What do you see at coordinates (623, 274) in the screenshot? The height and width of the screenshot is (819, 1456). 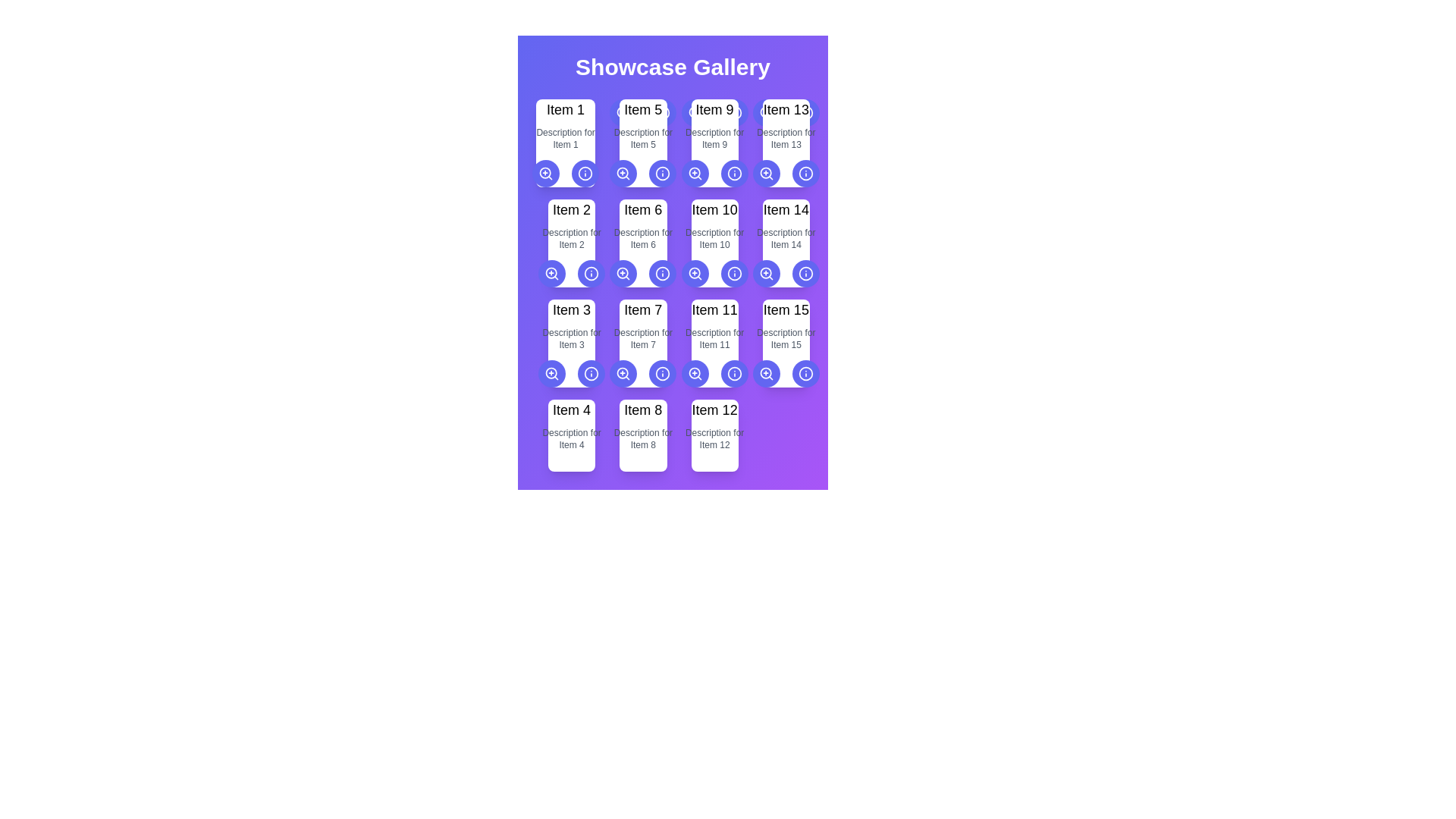 I see `the icon in the center of the indigo circular button located below the card labeled 'Item 6' in the gallery grid` at bounding box center [623, 274].